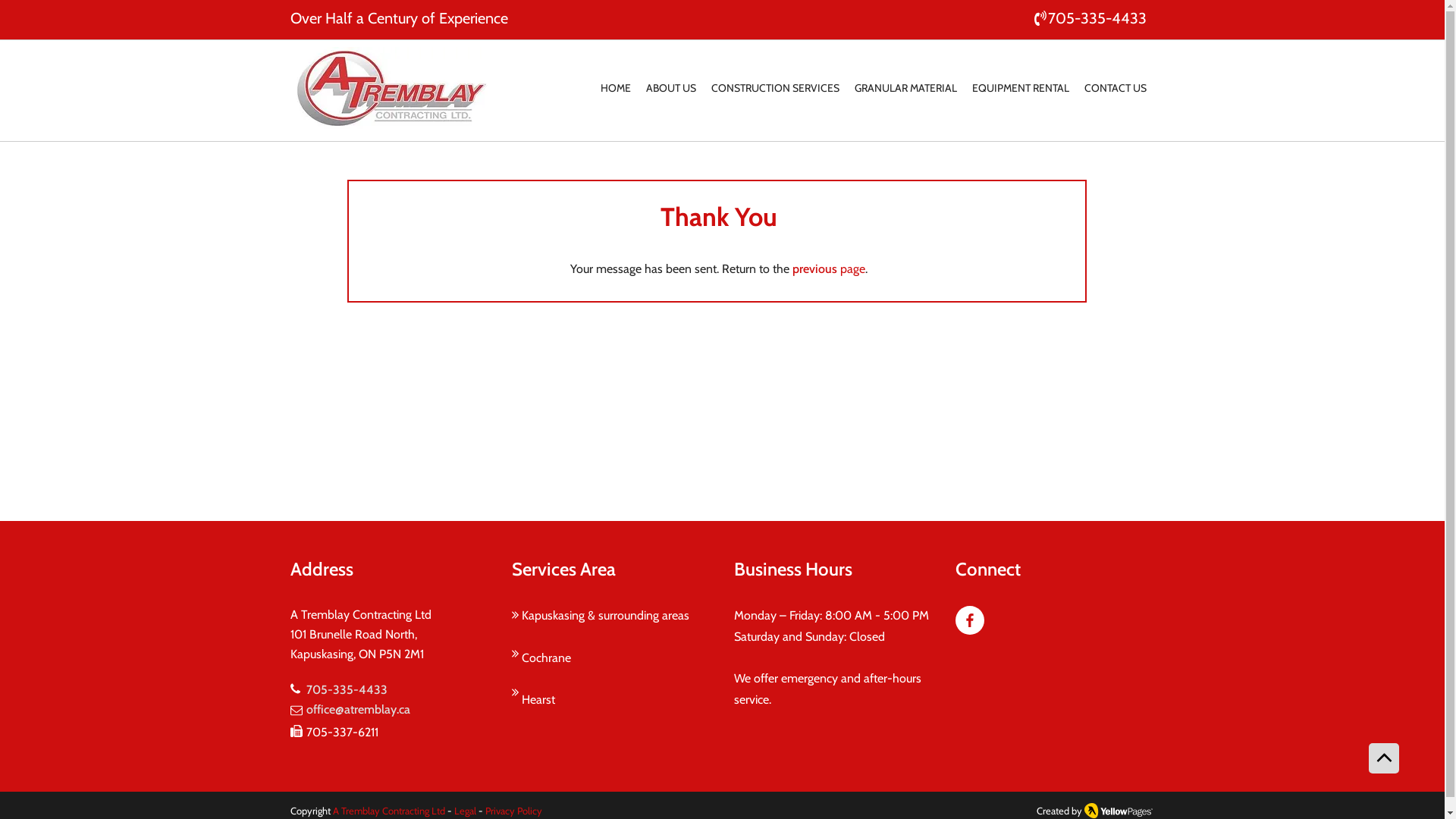 The image size is (1456, 819). I want to click on 'GRANULAR MATERIAL', so click(905, 89).